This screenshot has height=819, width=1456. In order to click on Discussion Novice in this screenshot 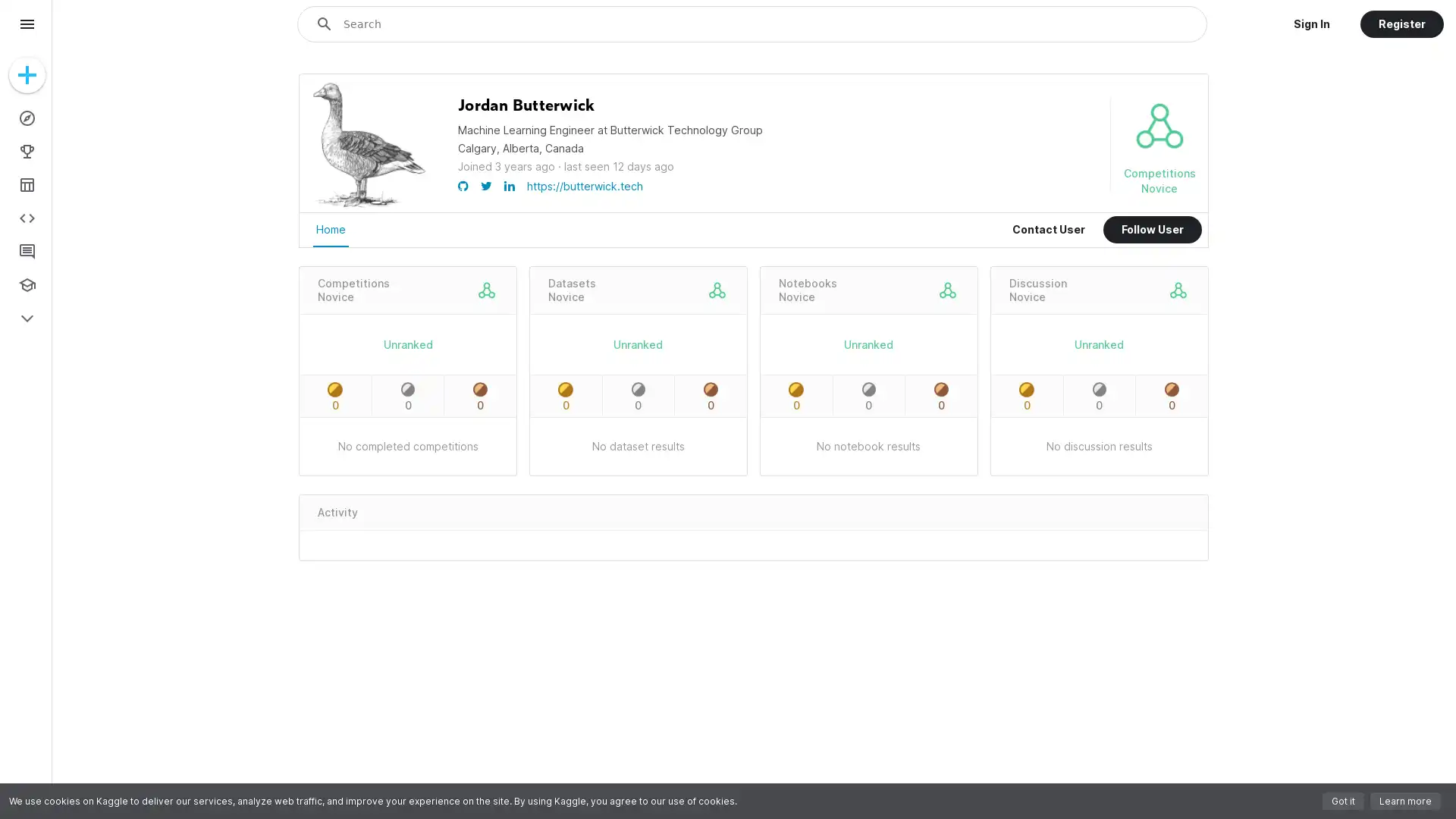, I will do `click(1037, 290)`.